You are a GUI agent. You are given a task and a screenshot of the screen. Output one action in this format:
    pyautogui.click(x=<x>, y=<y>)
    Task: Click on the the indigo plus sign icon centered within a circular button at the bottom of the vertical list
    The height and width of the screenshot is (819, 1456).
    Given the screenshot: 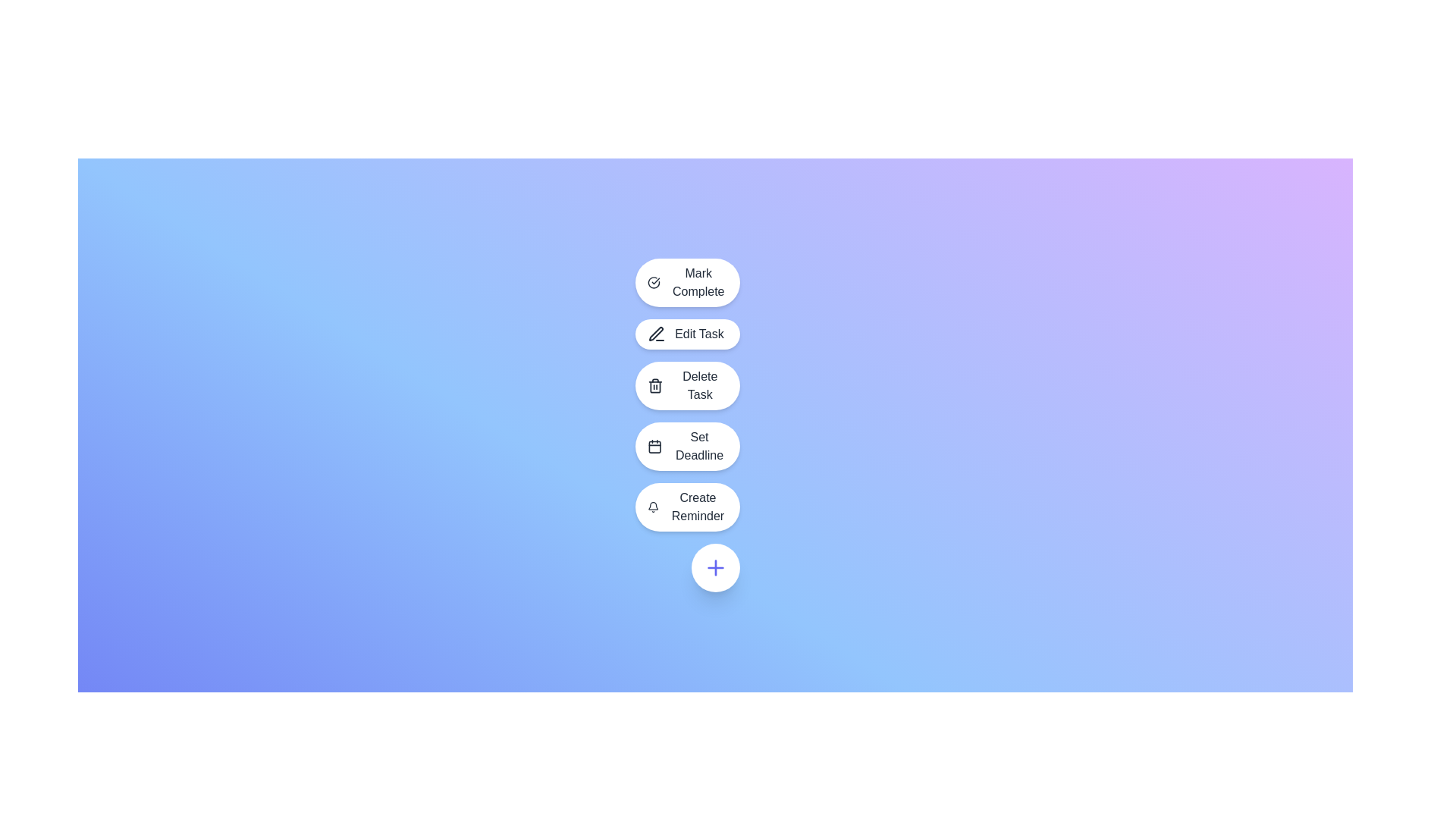 What is the action you would take?
    pyautogui.click(x=714, y=567)
    